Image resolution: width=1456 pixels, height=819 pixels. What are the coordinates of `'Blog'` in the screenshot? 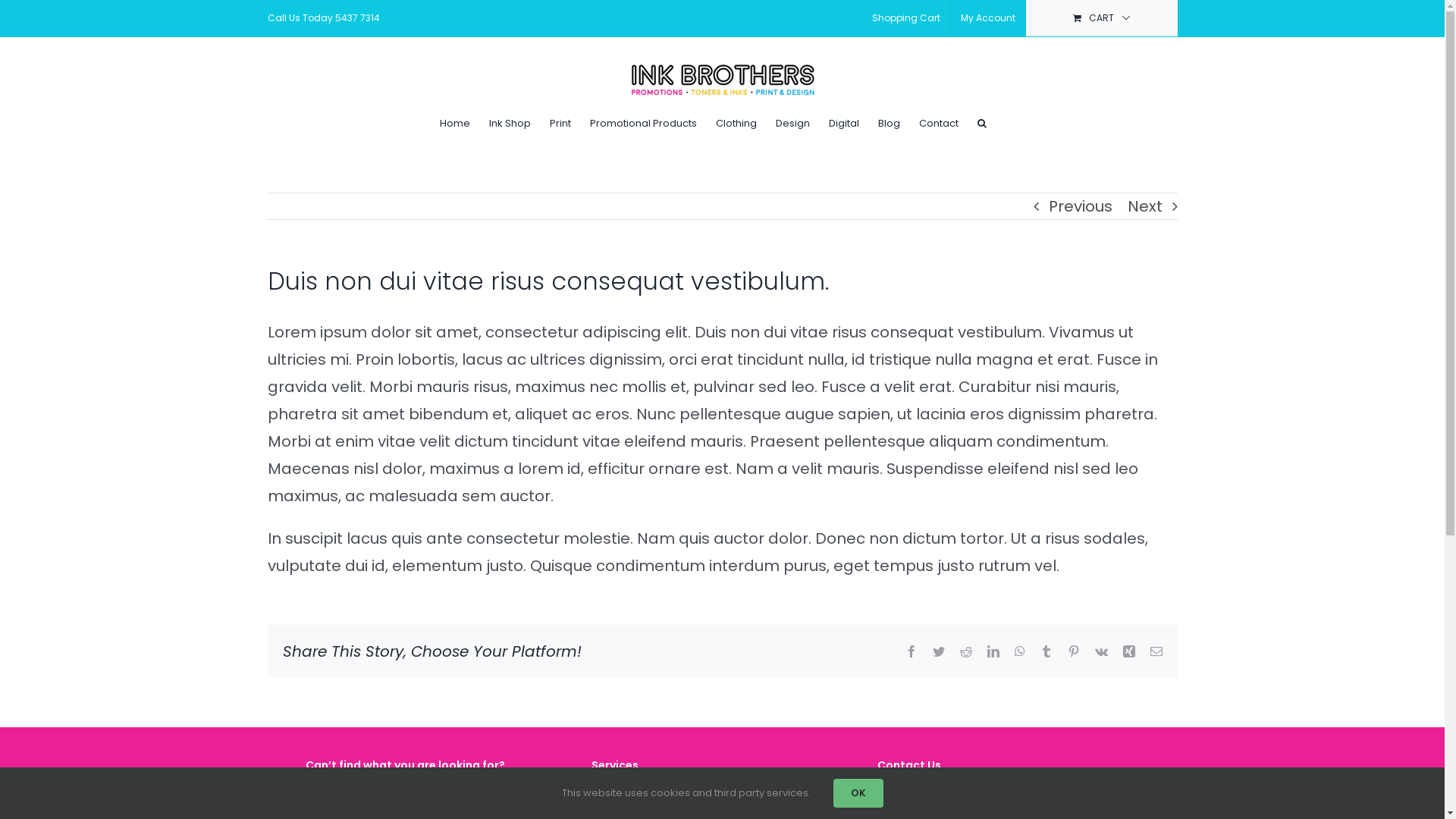 It's located at (889, 122).